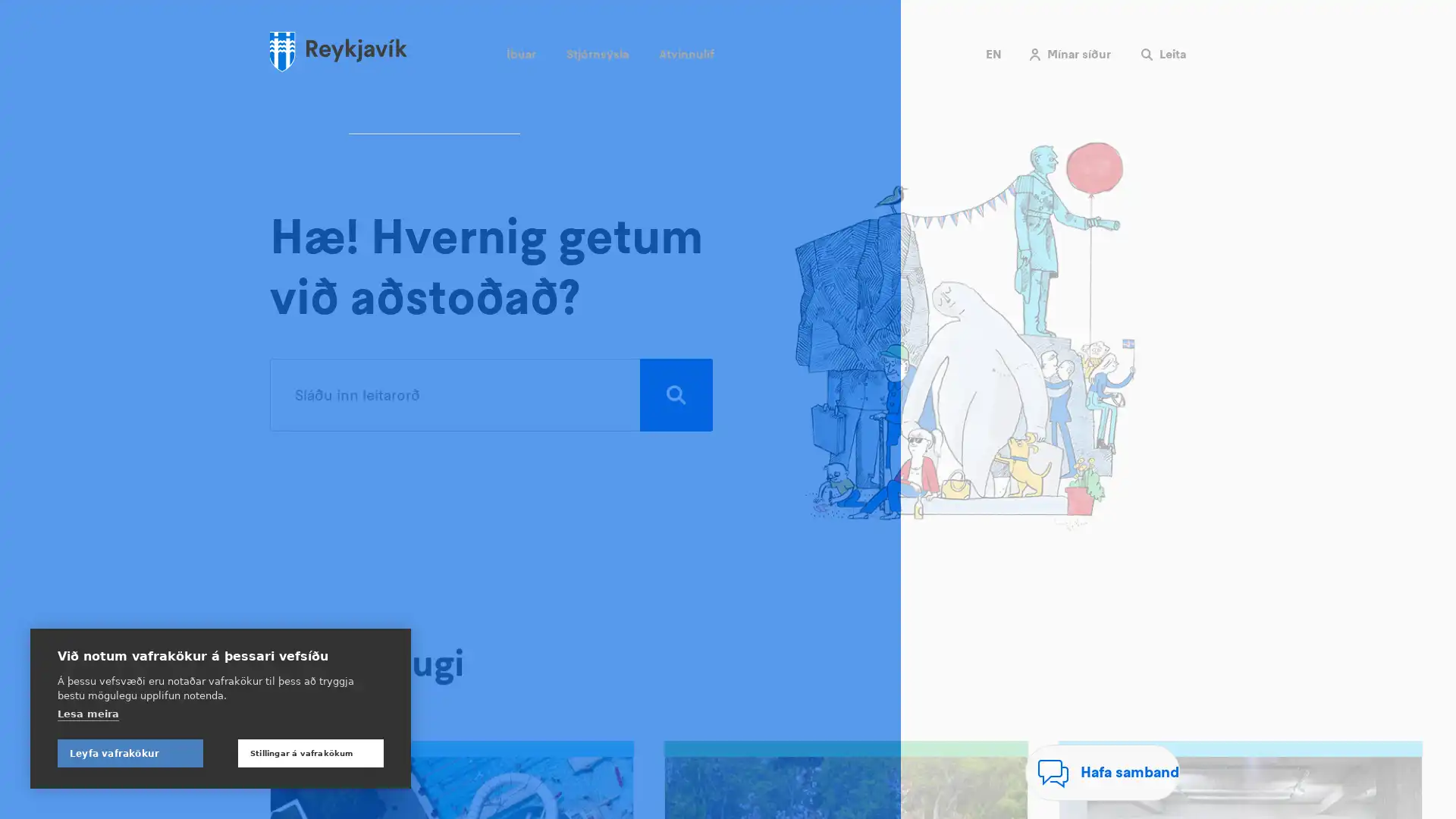 Image resolution: width=1456 pixels, height=819 pixels. What do you see at coordinates (676, 394) in the screenshot?
I see `Leita` at bounding box center [676, 394].